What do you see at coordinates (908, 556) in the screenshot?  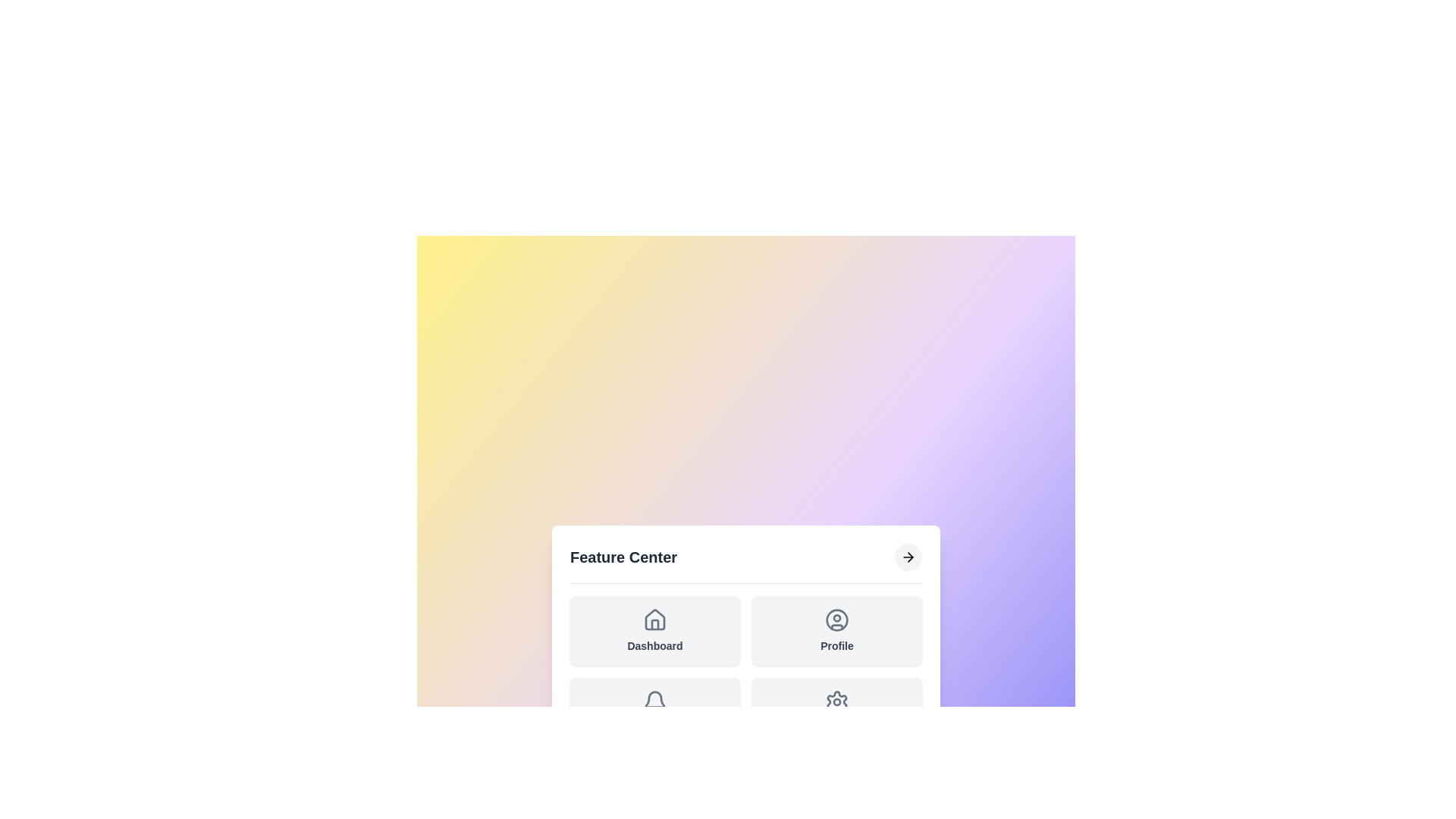 I see `the arrow button to toggle the menu visibility` at bounding box center [908, 556].